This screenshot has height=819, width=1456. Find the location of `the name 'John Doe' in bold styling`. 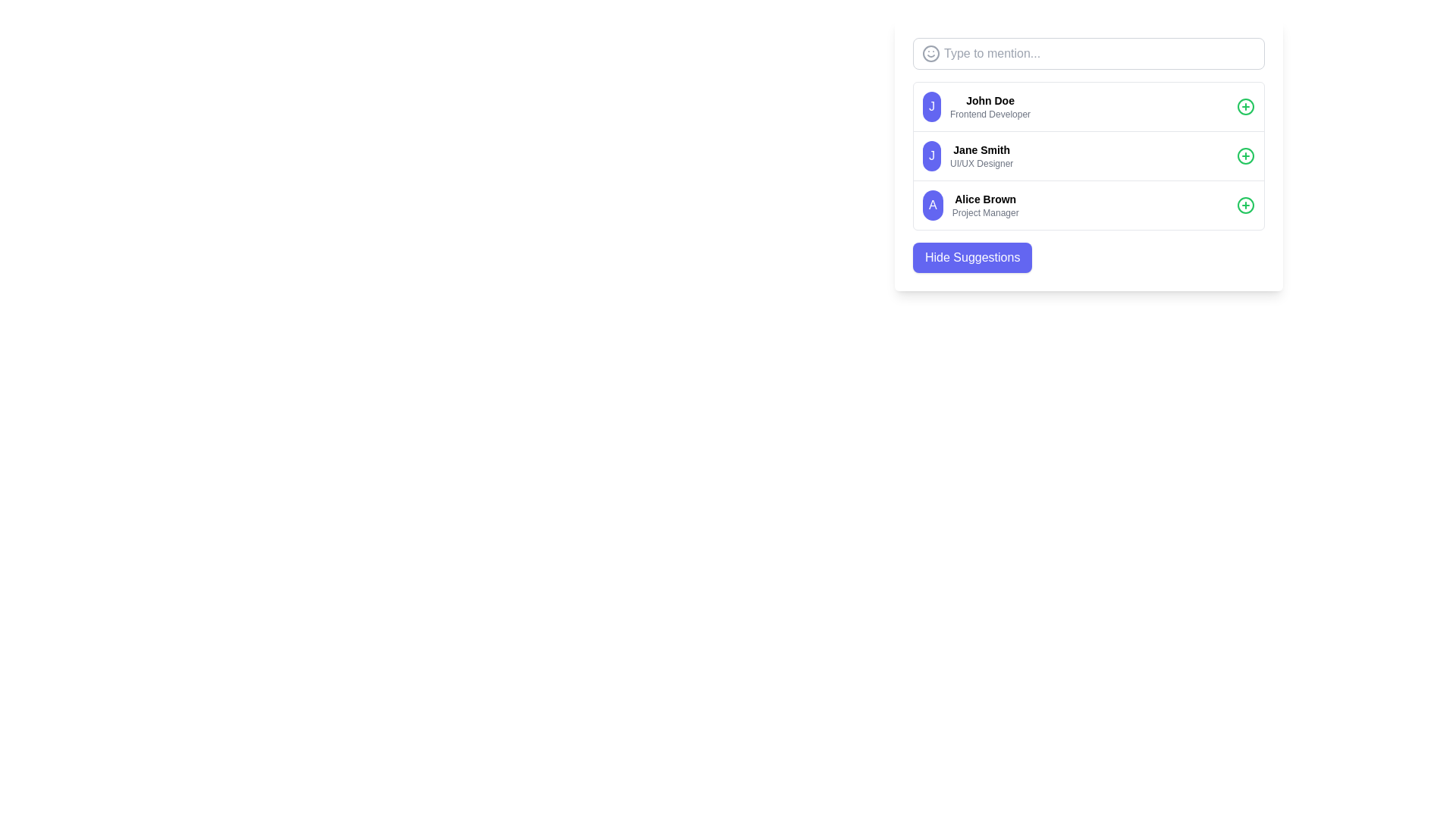

the name 'John Doe' in bold styling is located at coordinates (990, 106).